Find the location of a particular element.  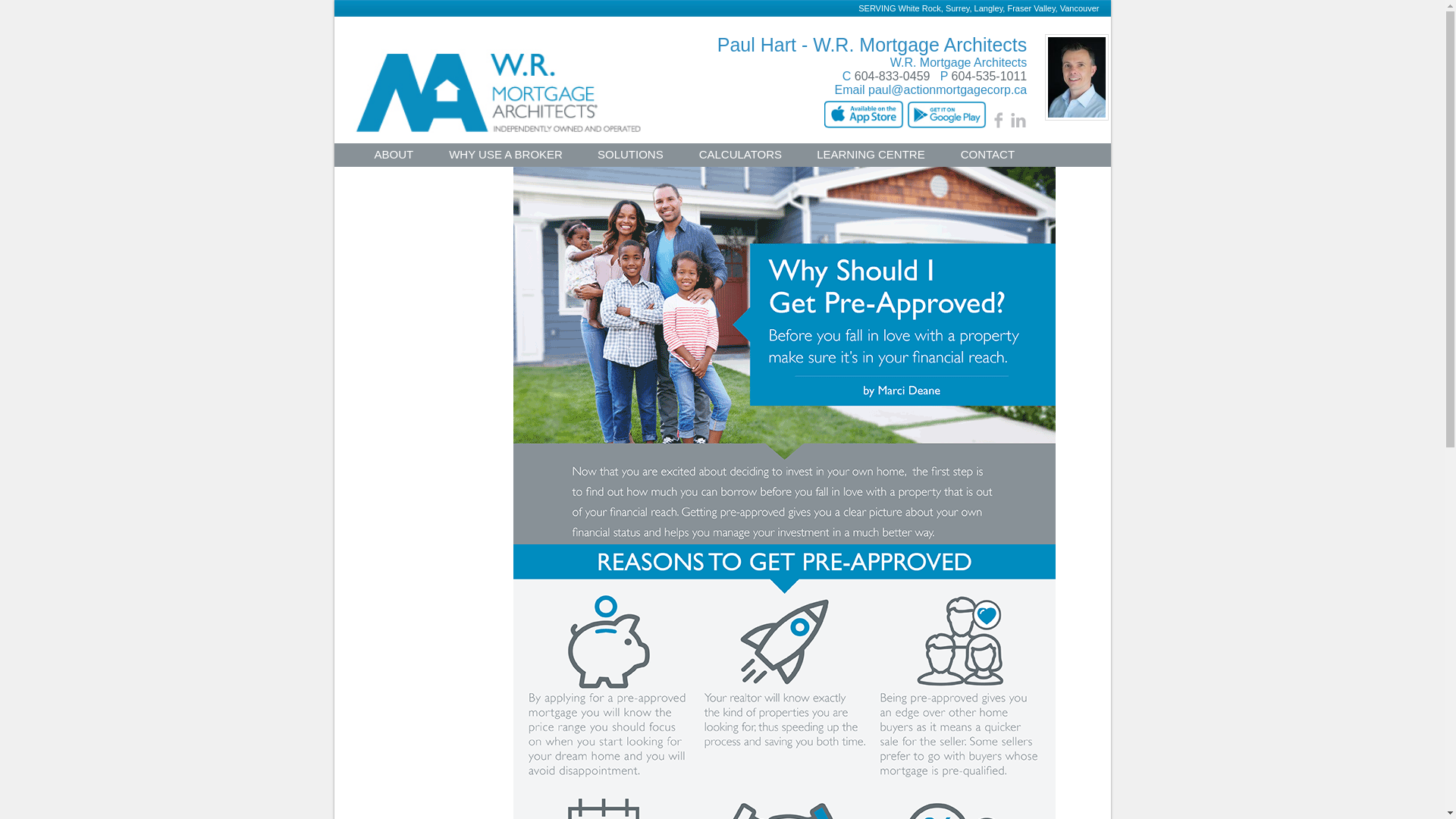

'ABOUT' is located at coordinates (356, 157).